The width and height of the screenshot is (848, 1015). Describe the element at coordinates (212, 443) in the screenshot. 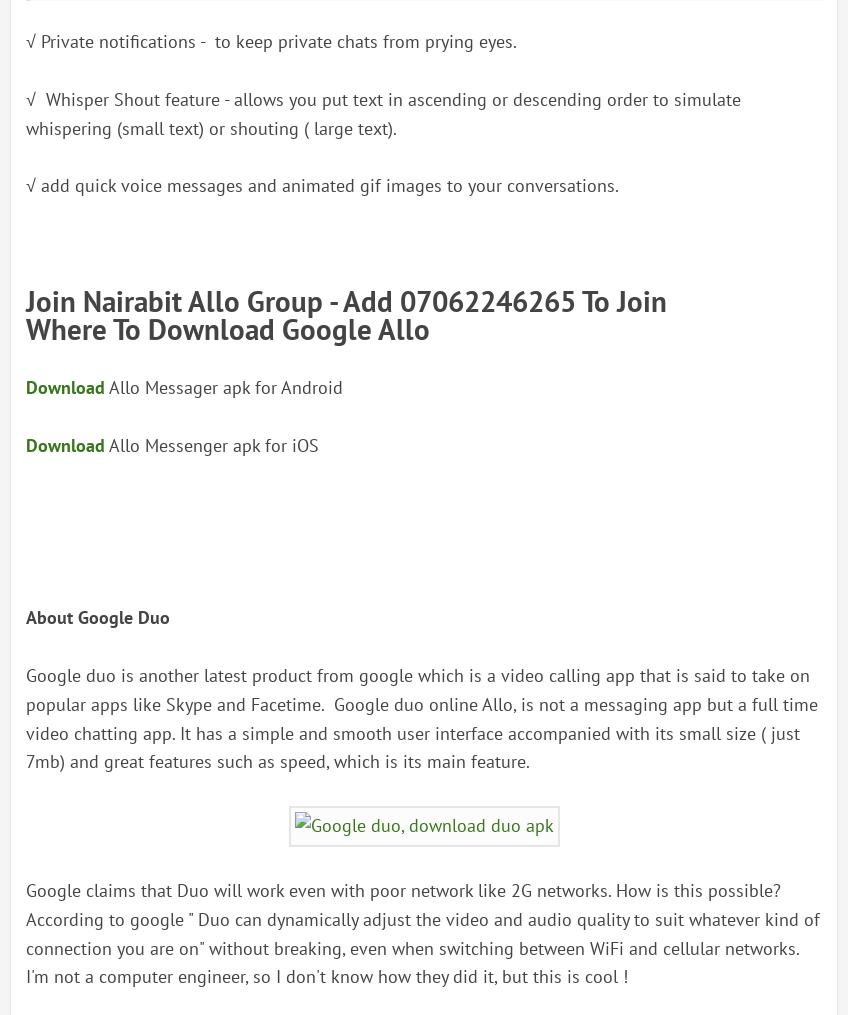

I see `'Allo Messenger apk for iOS'` at that location.